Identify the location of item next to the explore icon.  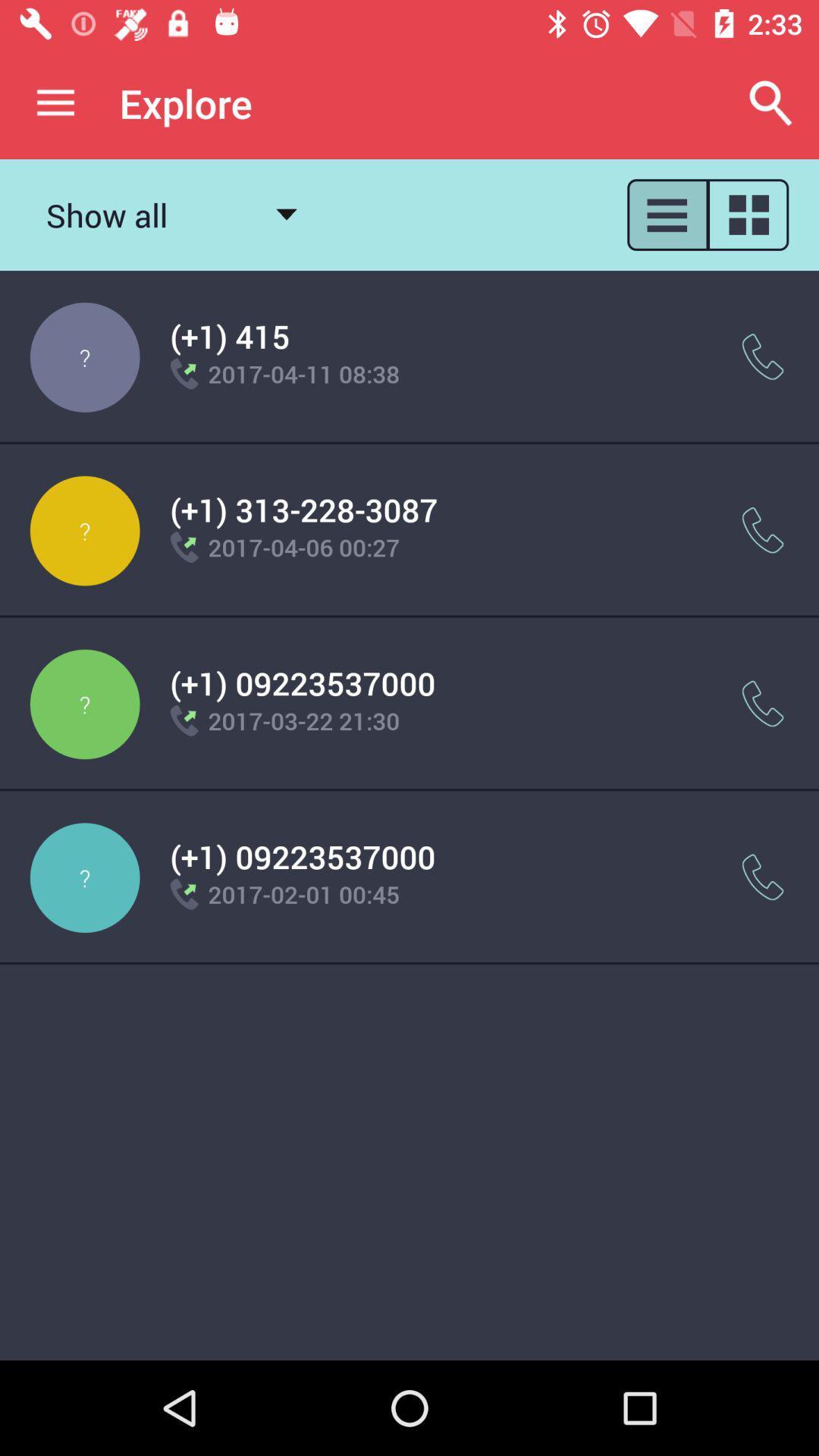
(55, 102).